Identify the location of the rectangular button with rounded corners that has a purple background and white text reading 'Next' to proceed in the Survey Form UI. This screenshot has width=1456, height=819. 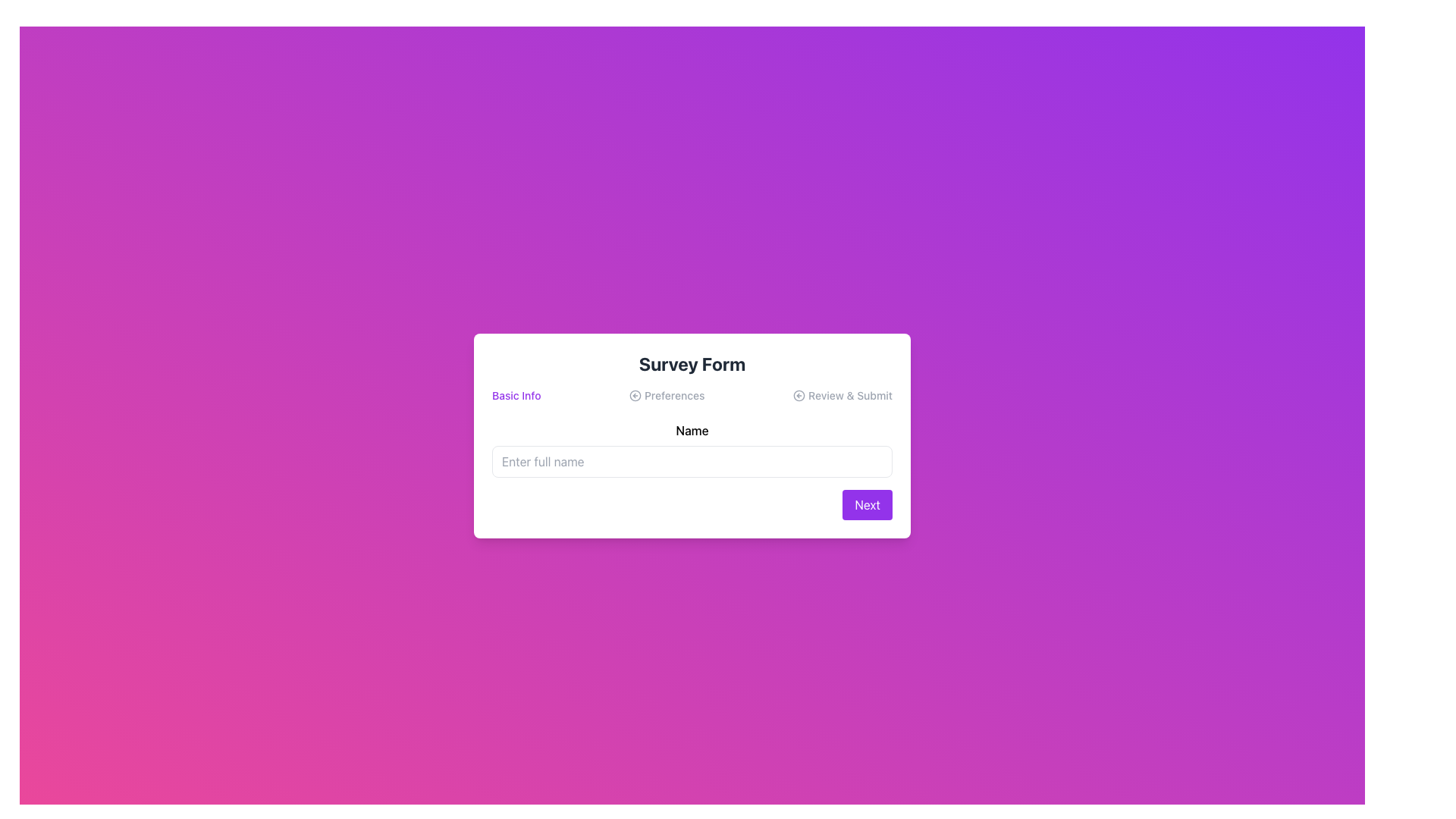
(868, 505).